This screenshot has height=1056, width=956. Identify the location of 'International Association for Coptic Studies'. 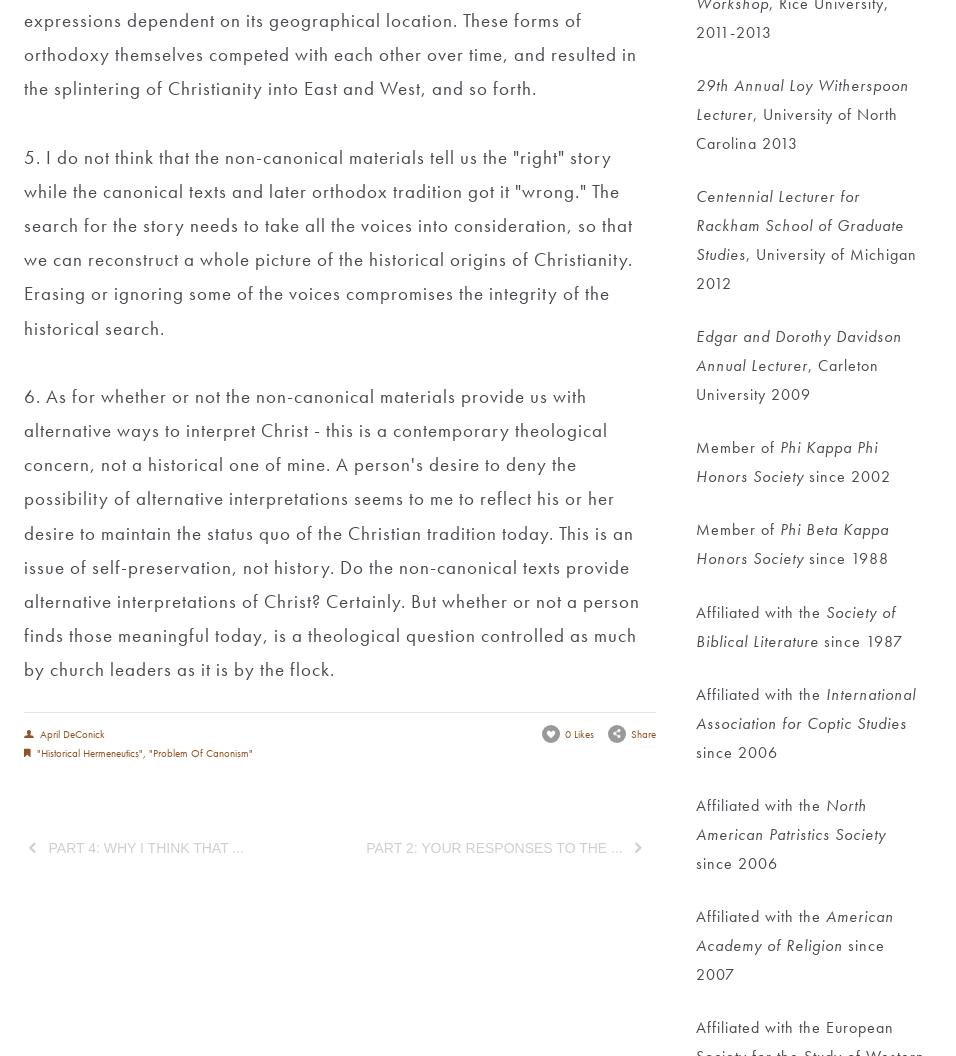
(807, 708).